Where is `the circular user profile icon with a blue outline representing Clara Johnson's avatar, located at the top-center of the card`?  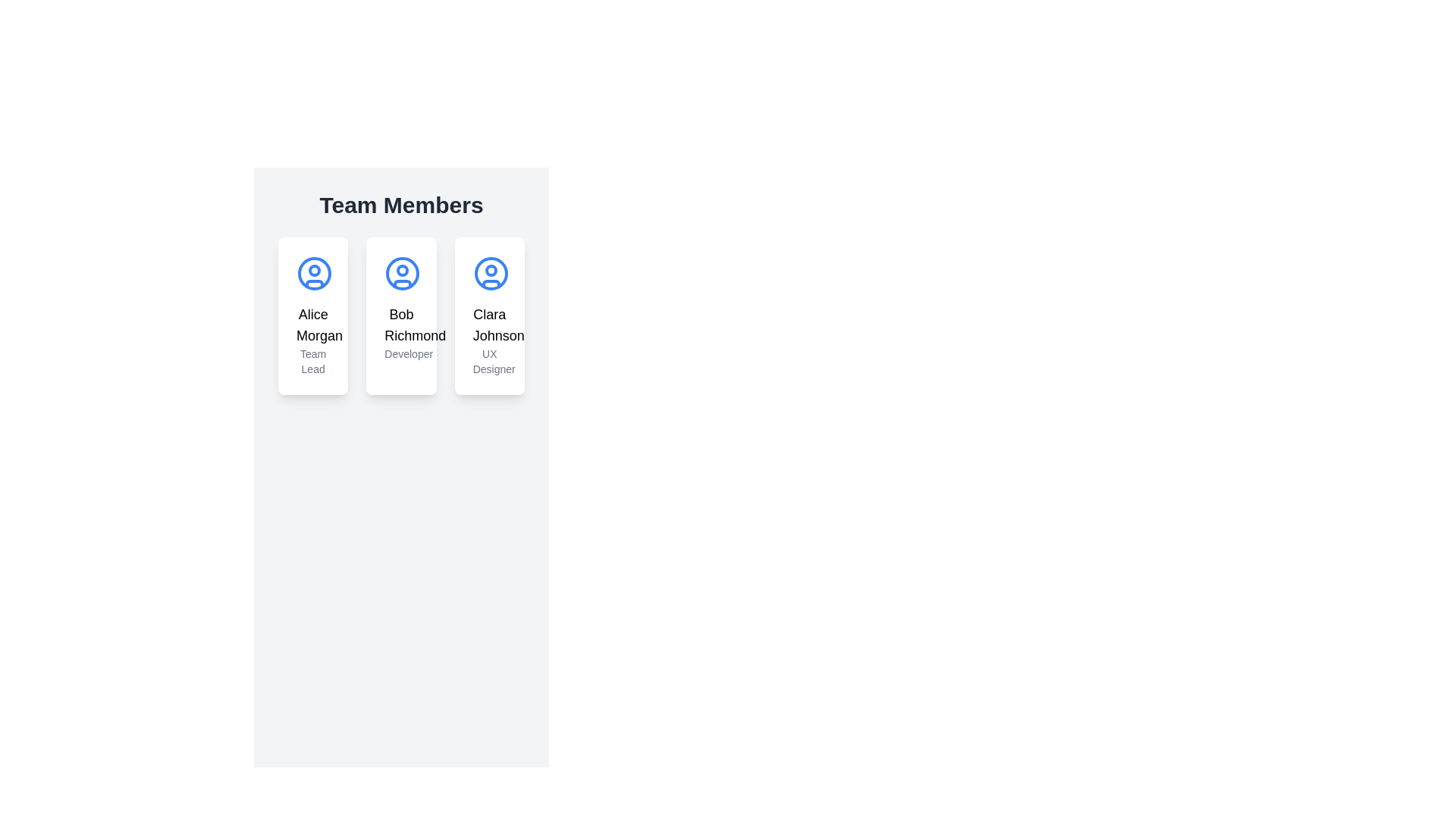 the circular user profile icon with a blue outline representing Clara Johnson's avatar, located at the top-center of the card is located at coordinates (491, 274).